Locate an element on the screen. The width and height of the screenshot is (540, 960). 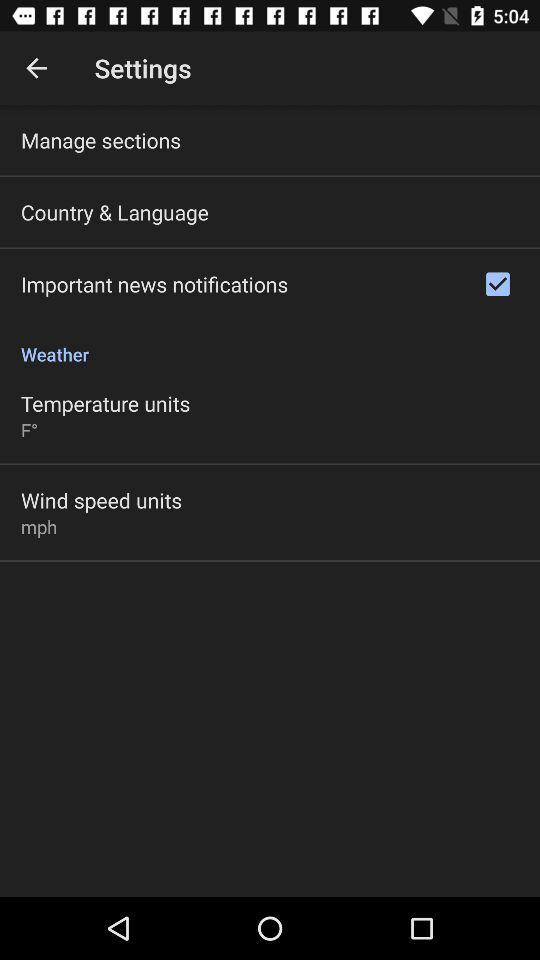
icon to the left of settings item is located at coordinates (36, 68).